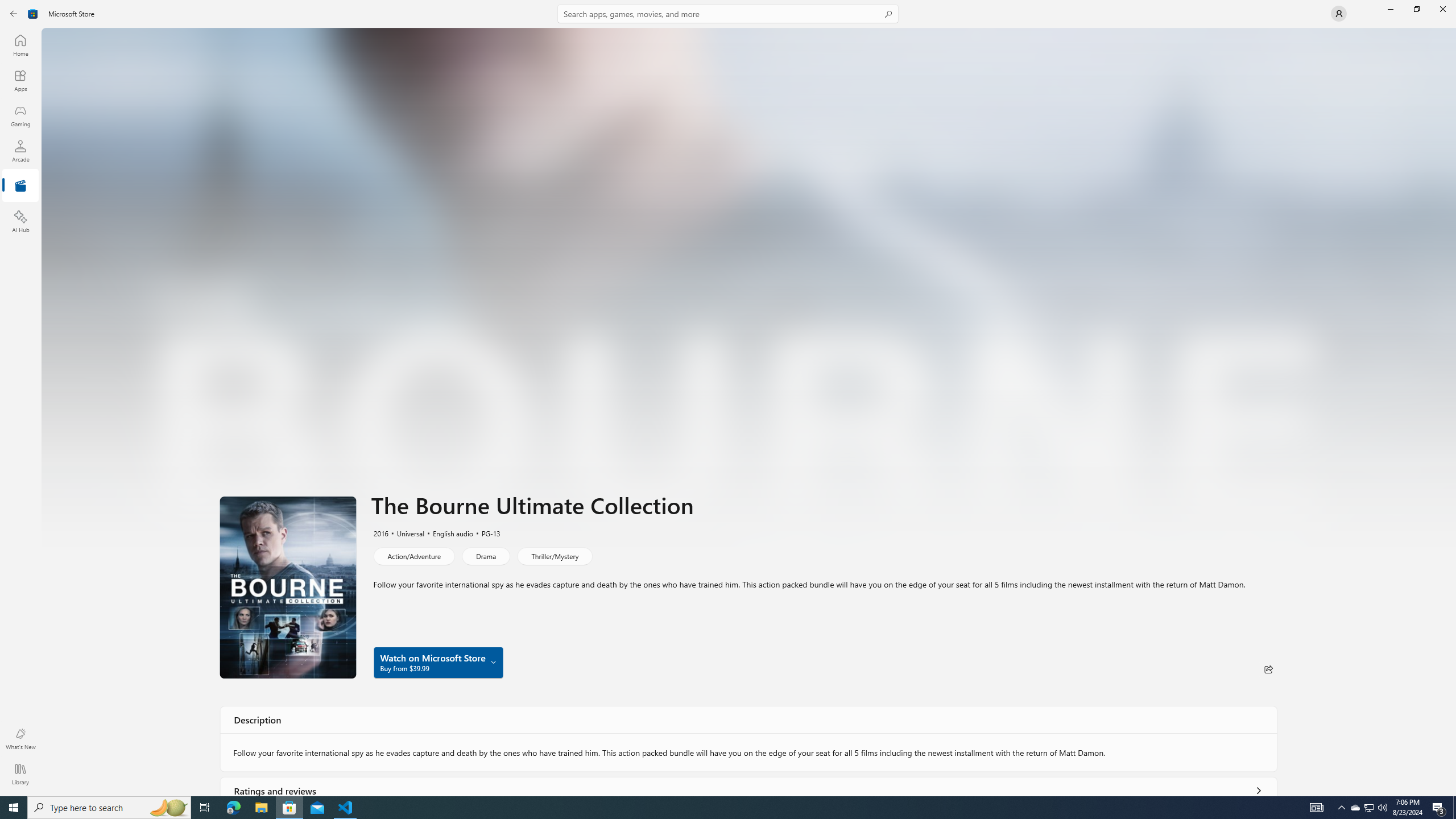  I want to click on 'Back', so click(14, 13).